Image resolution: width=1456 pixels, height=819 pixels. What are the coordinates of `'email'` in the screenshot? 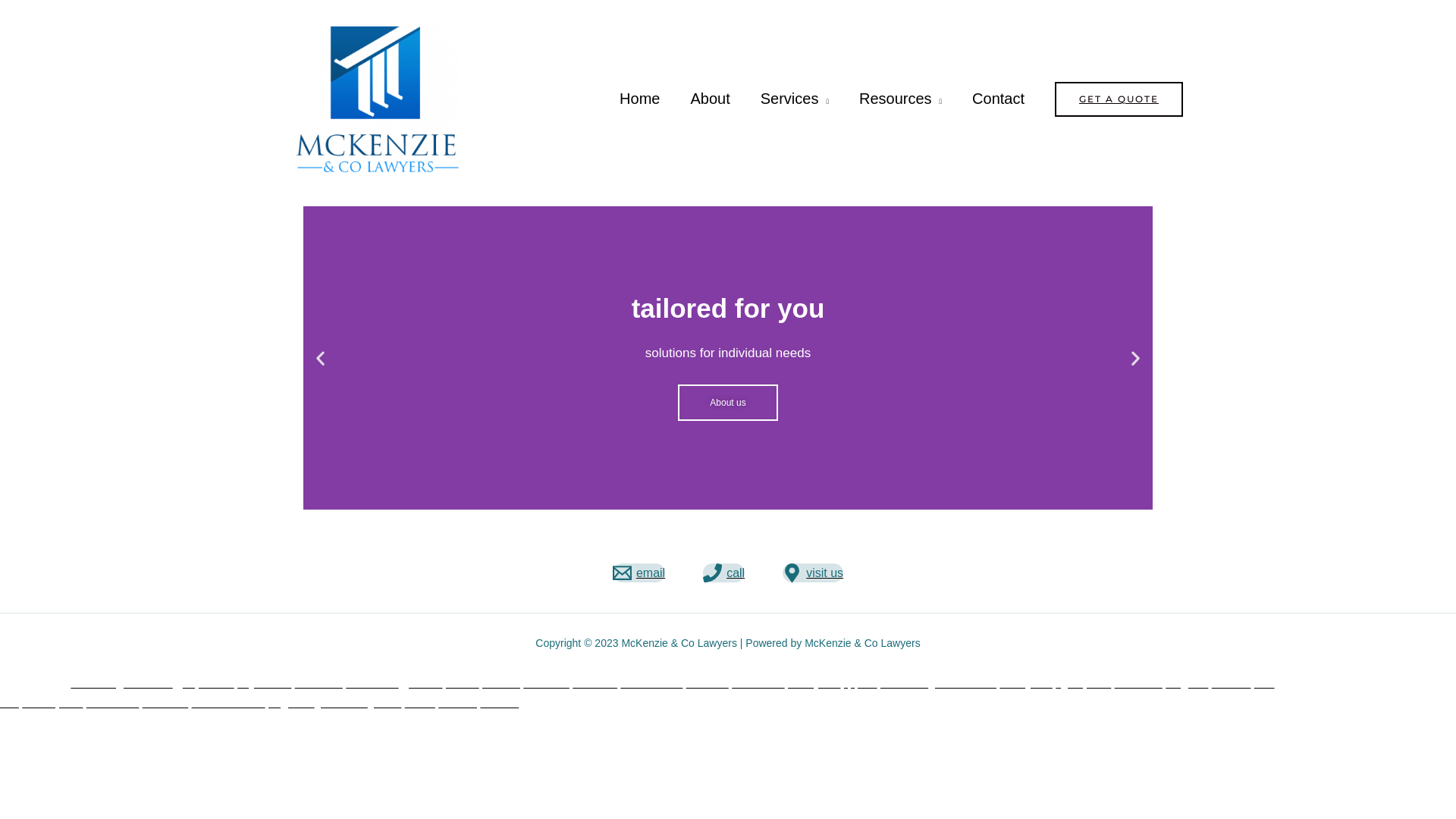 It's located at (639, 573).